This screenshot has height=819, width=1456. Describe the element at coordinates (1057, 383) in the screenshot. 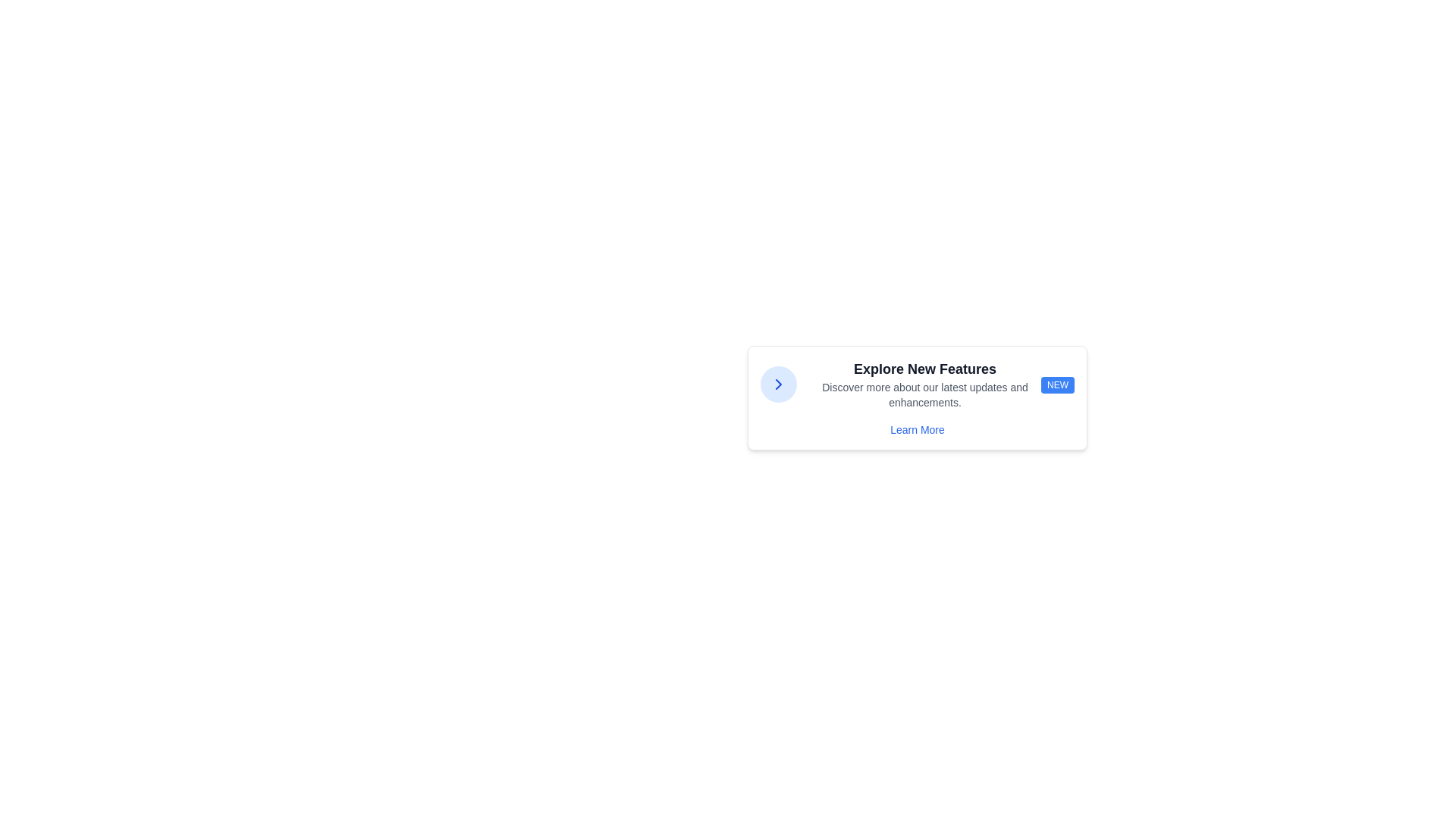

I see `the small rectangular badge with a blue background and the text 'NEW' in white, bold, sans-serif font, which is positioned as a right-aligned label adjacent to descriptive text regarding new features` at that location.